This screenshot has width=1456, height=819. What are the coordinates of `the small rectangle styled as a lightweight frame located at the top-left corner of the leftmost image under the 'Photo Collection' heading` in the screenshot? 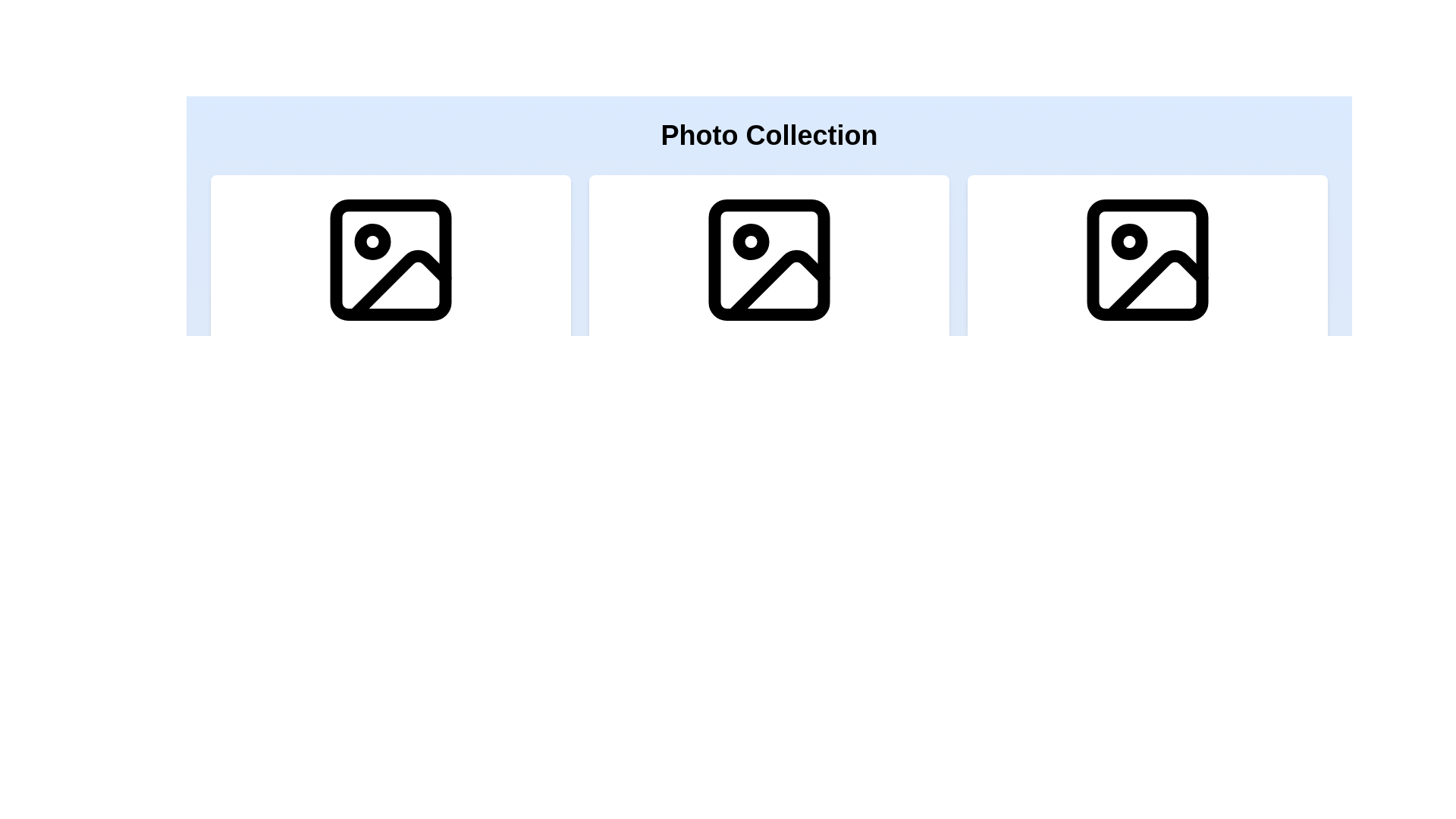 It's located at (391, 259).